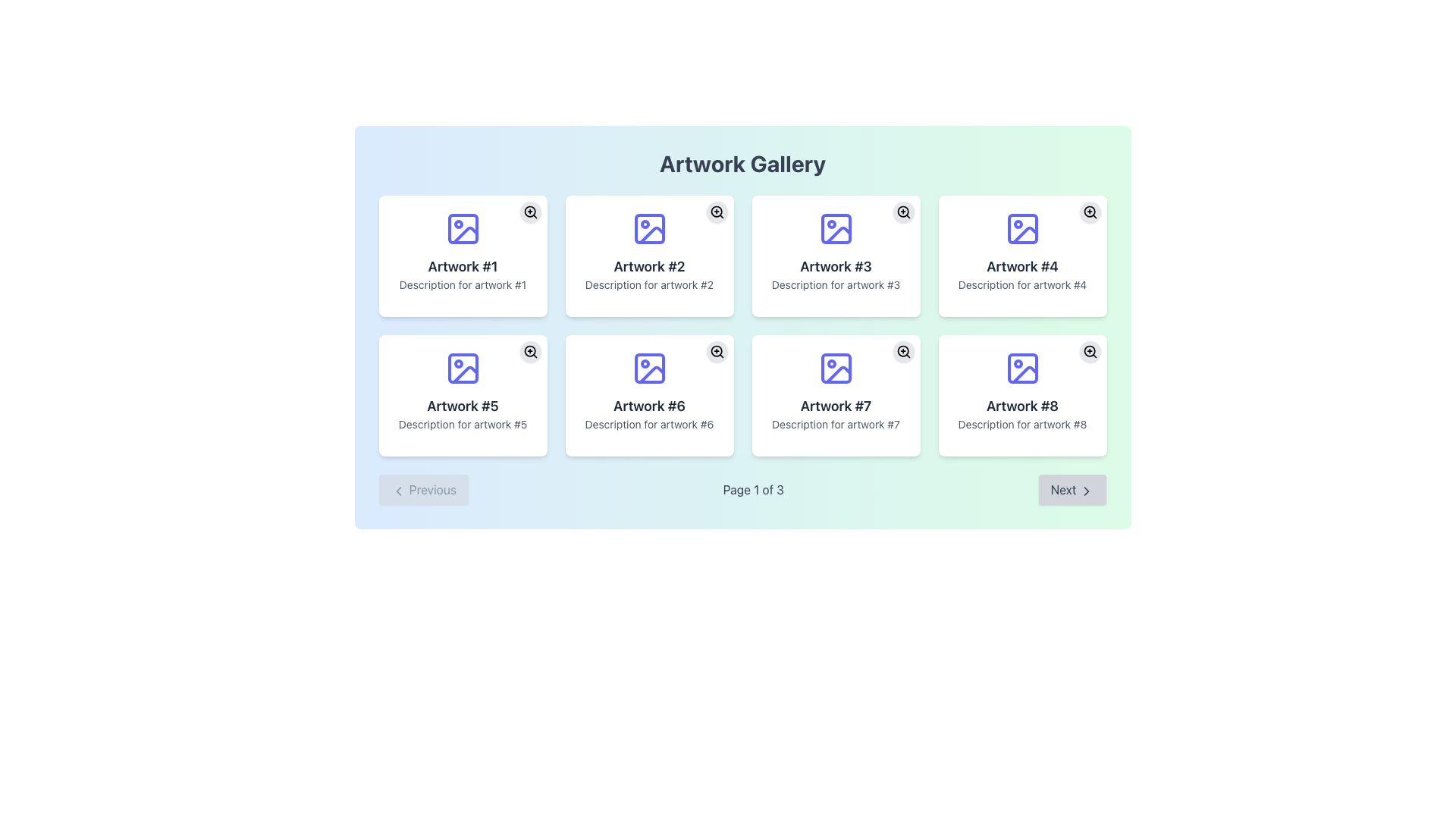 This screenshot has height=819, width=1456. What do you see at coordinates (902, 351) in the screenshot?
I see `the SVG Circle in the lens area of the magnifying glass icon at the upper-right corner of the 'Artwork #7' card to zoom in` at bounding box center [902, 351].